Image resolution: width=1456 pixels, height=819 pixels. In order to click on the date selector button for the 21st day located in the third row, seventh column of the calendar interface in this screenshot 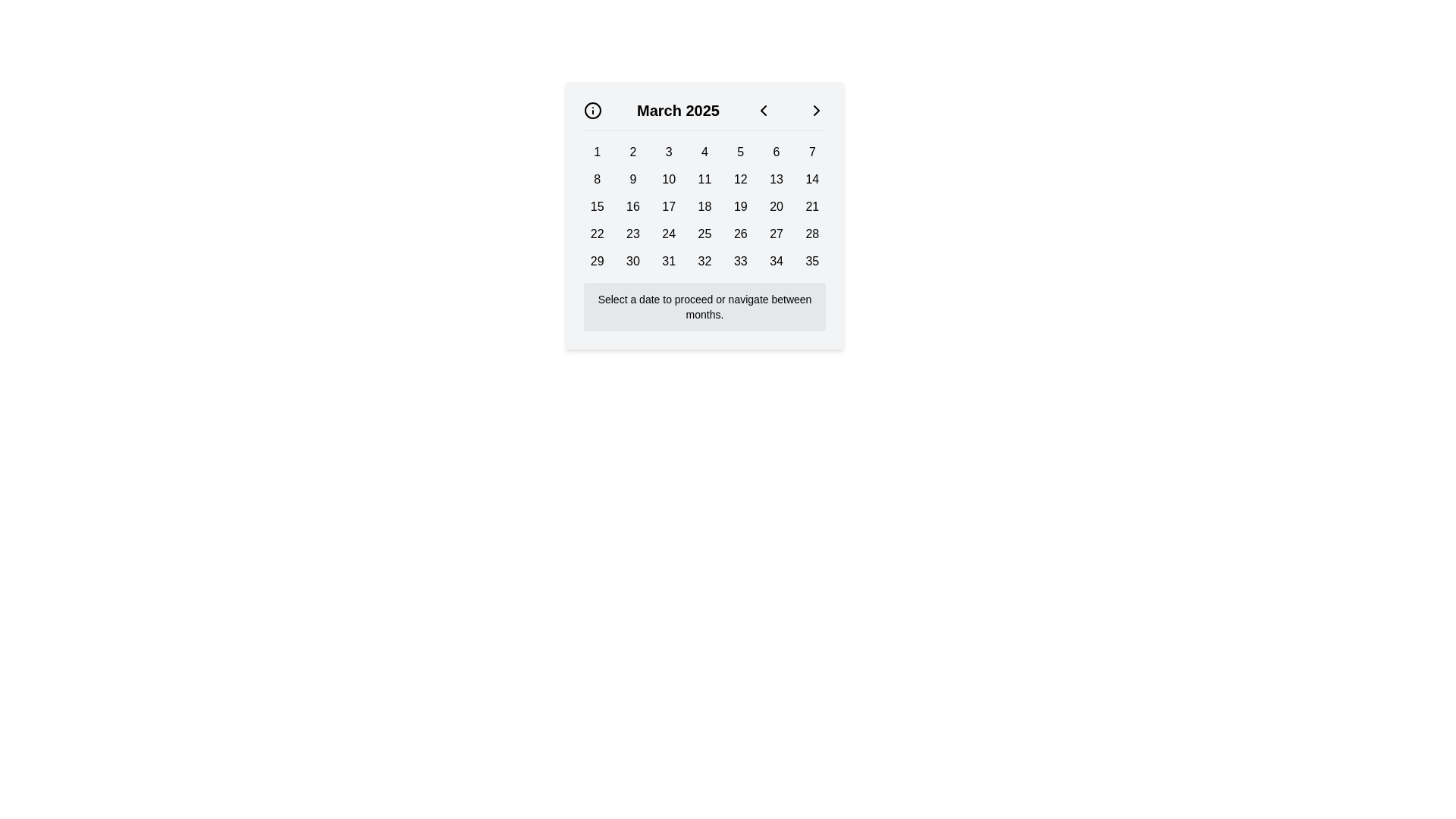, I will do `click(811, 207)`.